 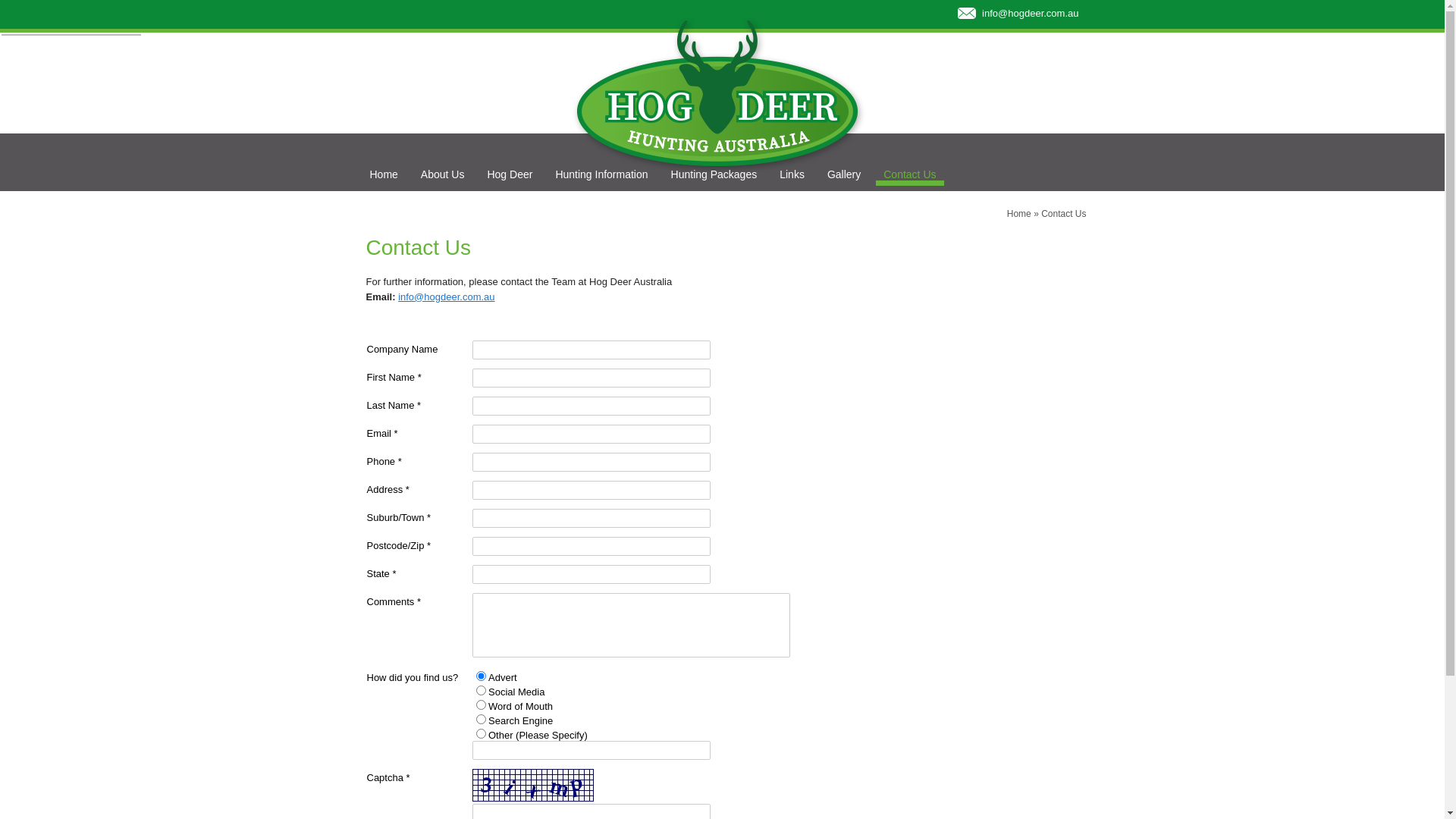 What do you see at coordinates (965, 13) in the screenshot?
I see `'Contact Hod Deer Hunting Via Email'` at bounding box center [965, 13].